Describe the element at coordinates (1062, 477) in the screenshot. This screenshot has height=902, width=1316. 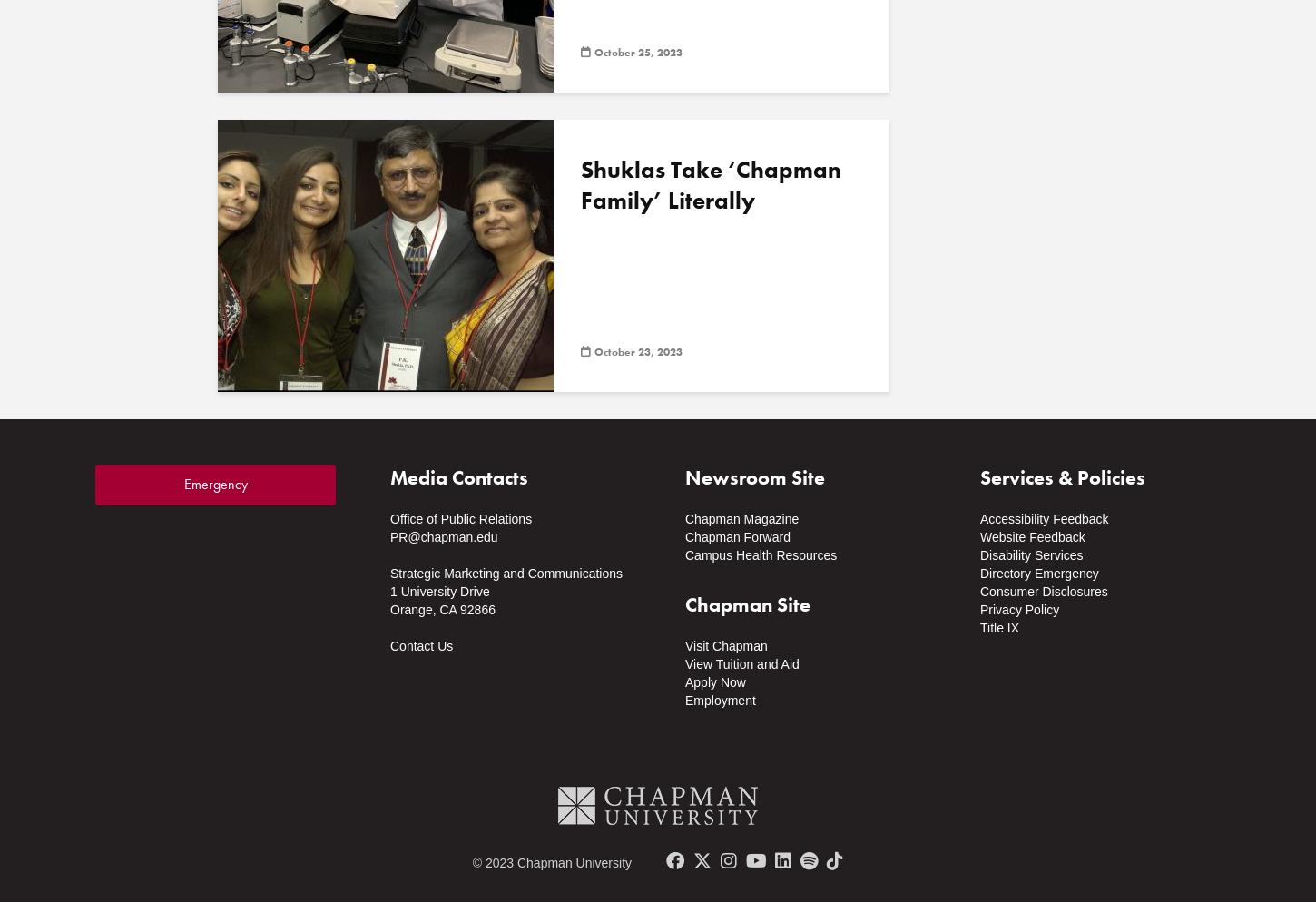
I see `'Services & Policies'` at that location.